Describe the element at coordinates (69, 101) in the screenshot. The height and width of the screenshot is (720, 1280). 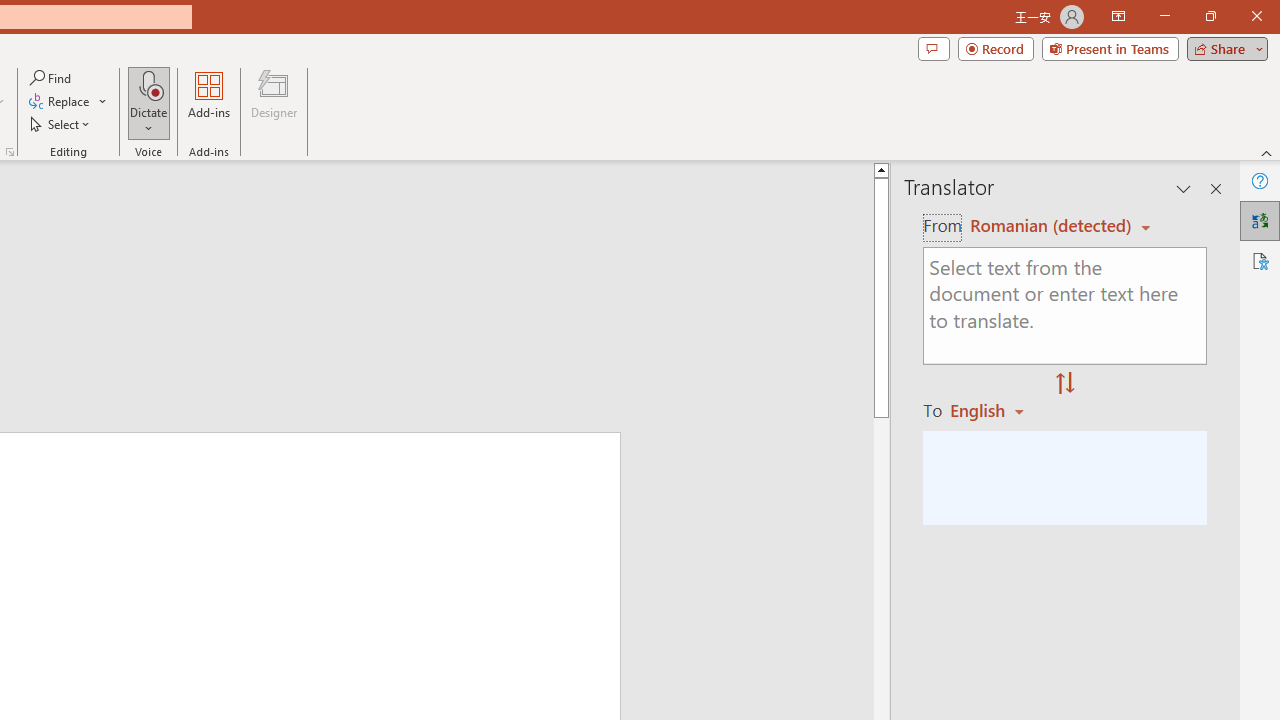
I see `'Replace...'` at that location.